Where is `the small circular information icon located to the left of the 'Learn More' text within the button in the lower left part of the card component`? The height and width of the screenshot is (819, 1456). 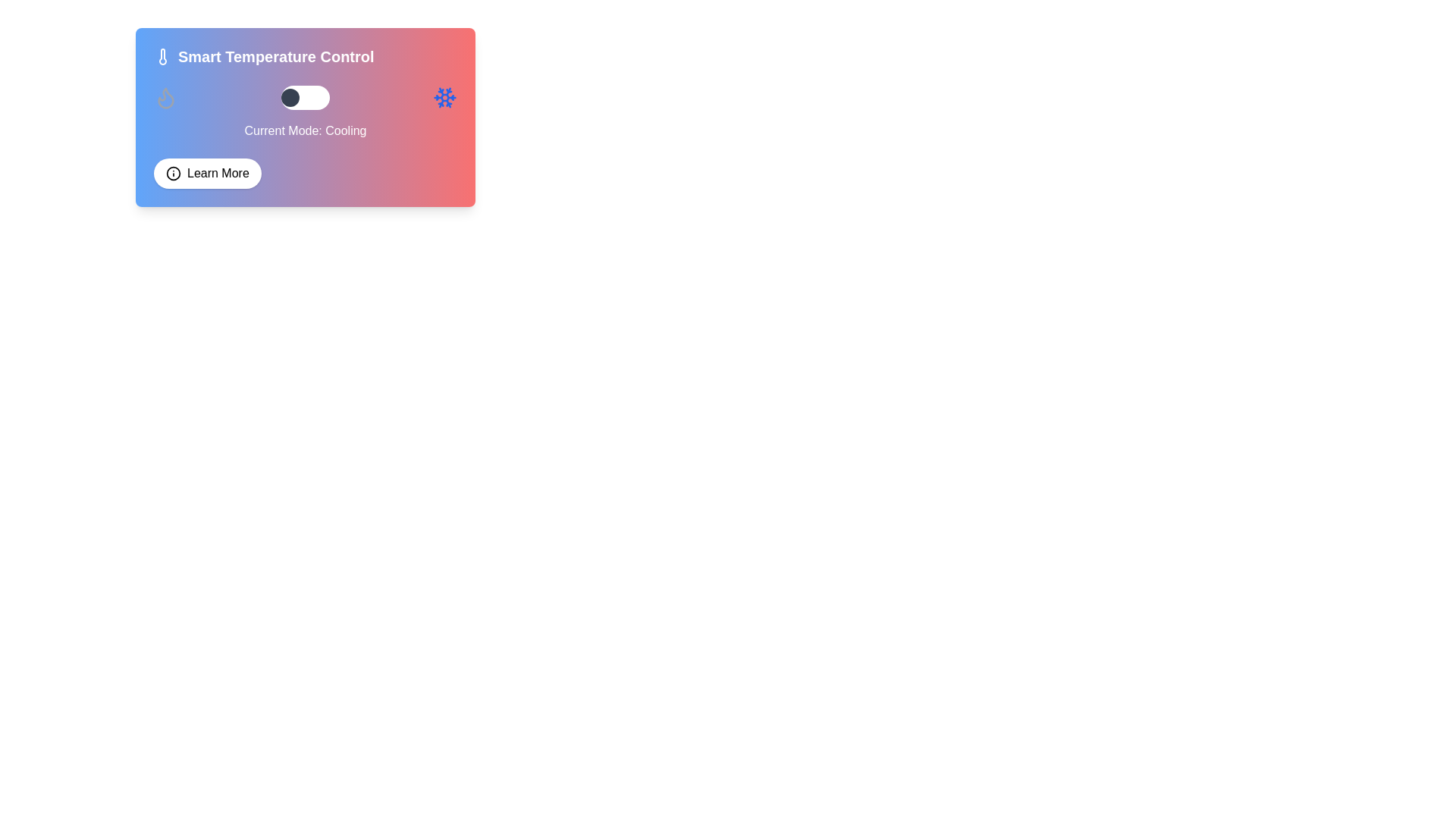
the small circular information icon located to the left of the 'Learn More' text within the button in the lower left part of the card component is located at coordinates (174, 172).